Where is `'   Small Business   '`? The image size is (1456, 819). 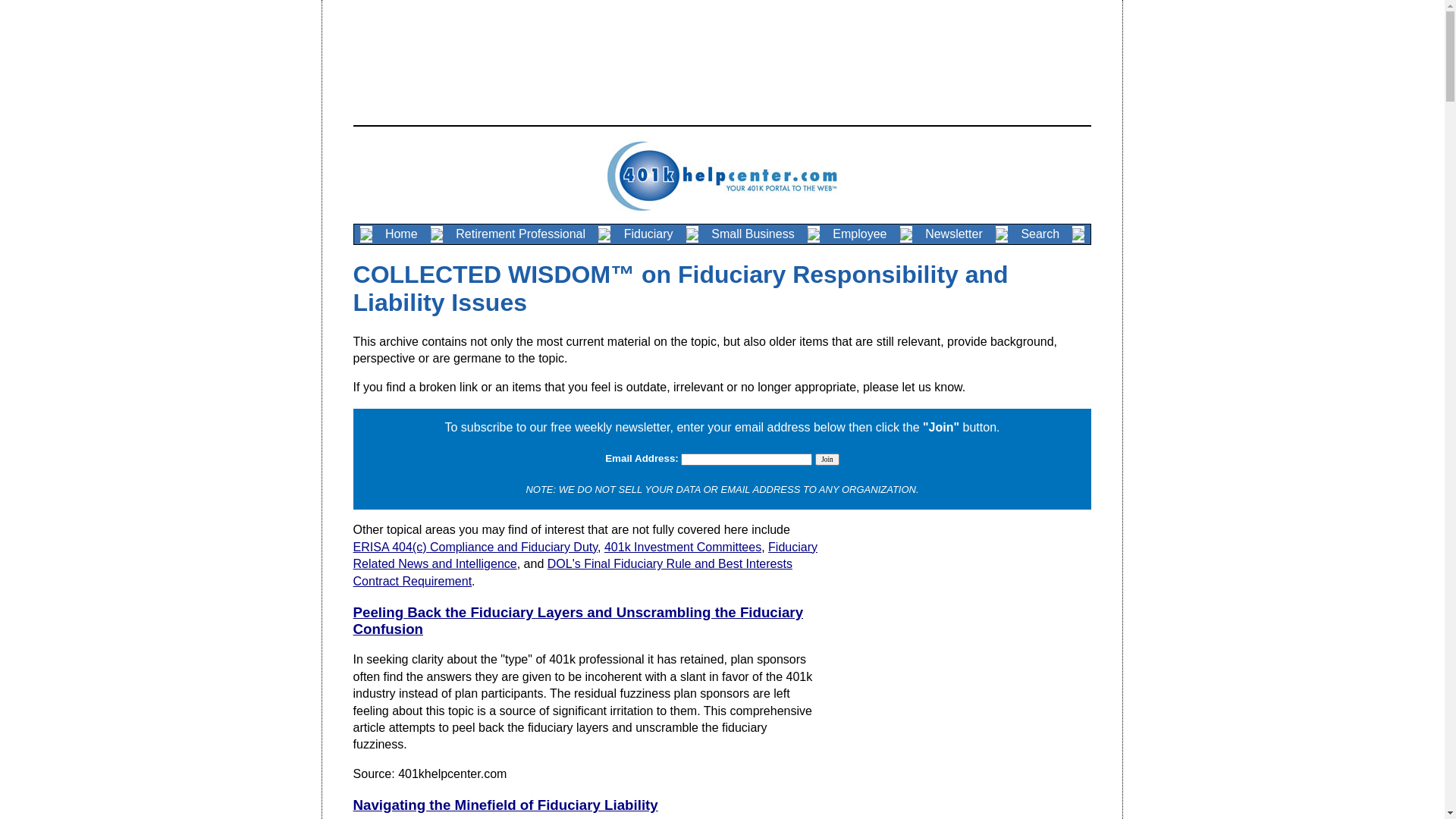 '   Small Business   ' is located at coordinates (753, 234).